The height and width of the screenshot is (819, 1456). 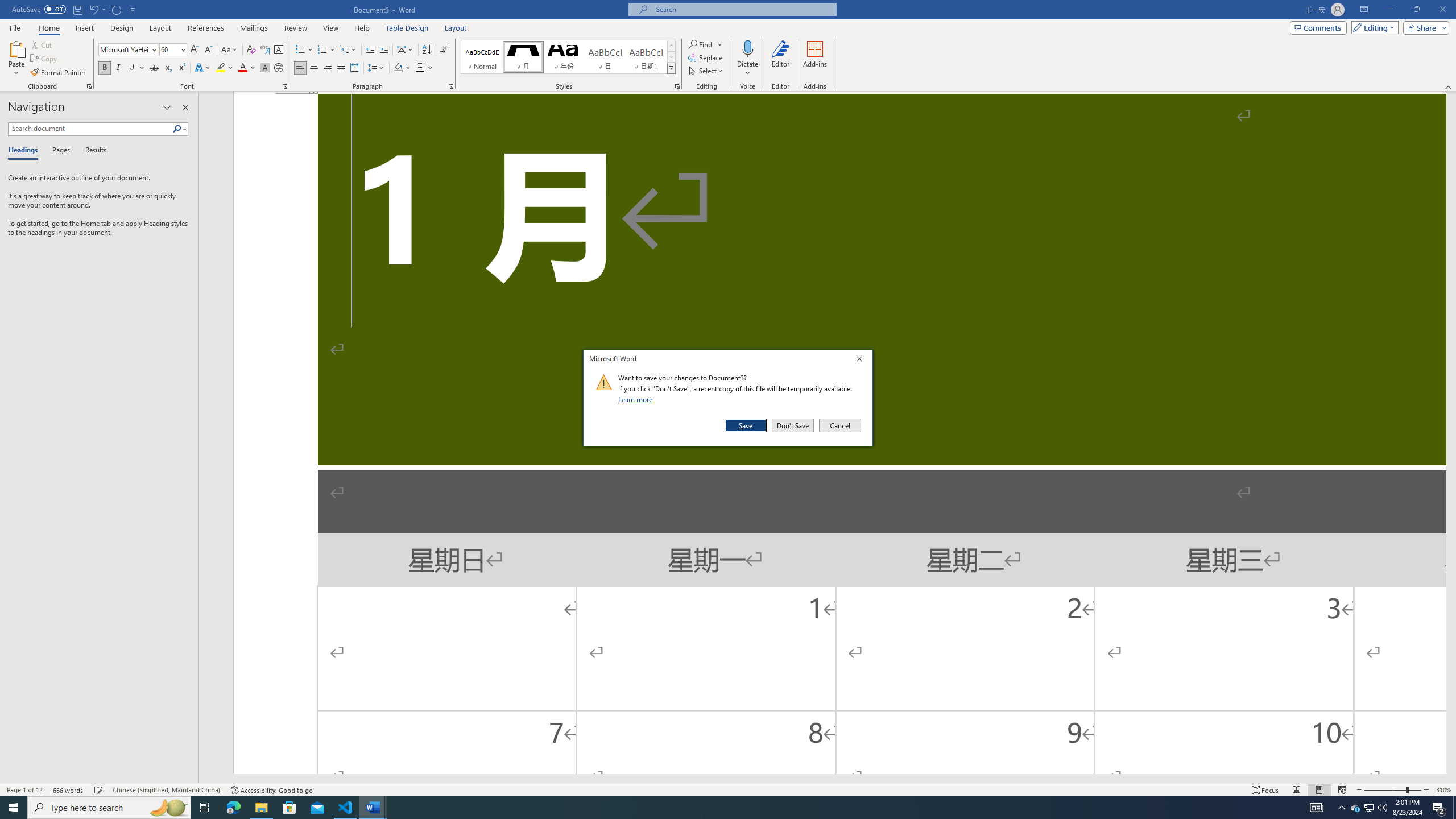 What do you see at coordinates (167, 806) in the screenshot?
I see `'Search highlights icon opens search home window'` at bounding box center [167, 806].